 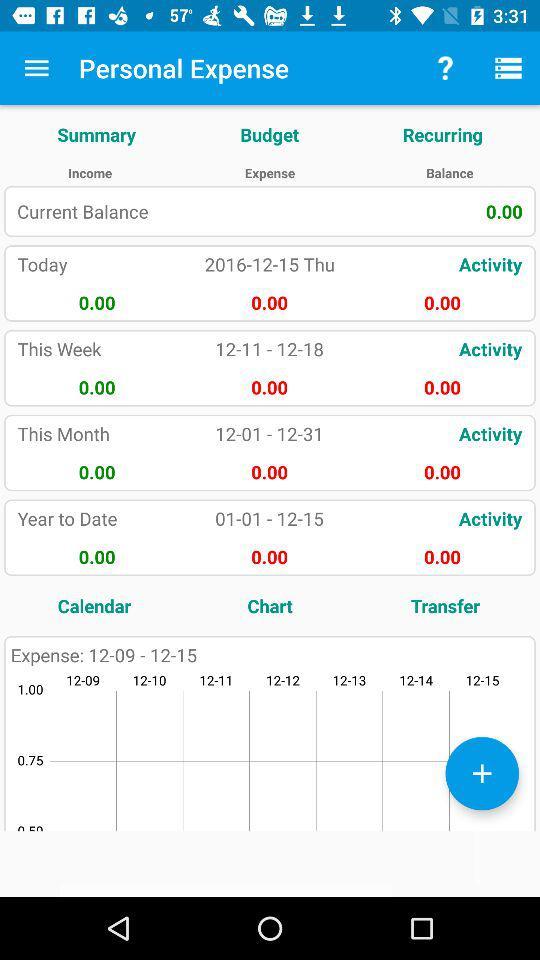 I want to click on item to the left of the recurring, so click(x=269, y=133).